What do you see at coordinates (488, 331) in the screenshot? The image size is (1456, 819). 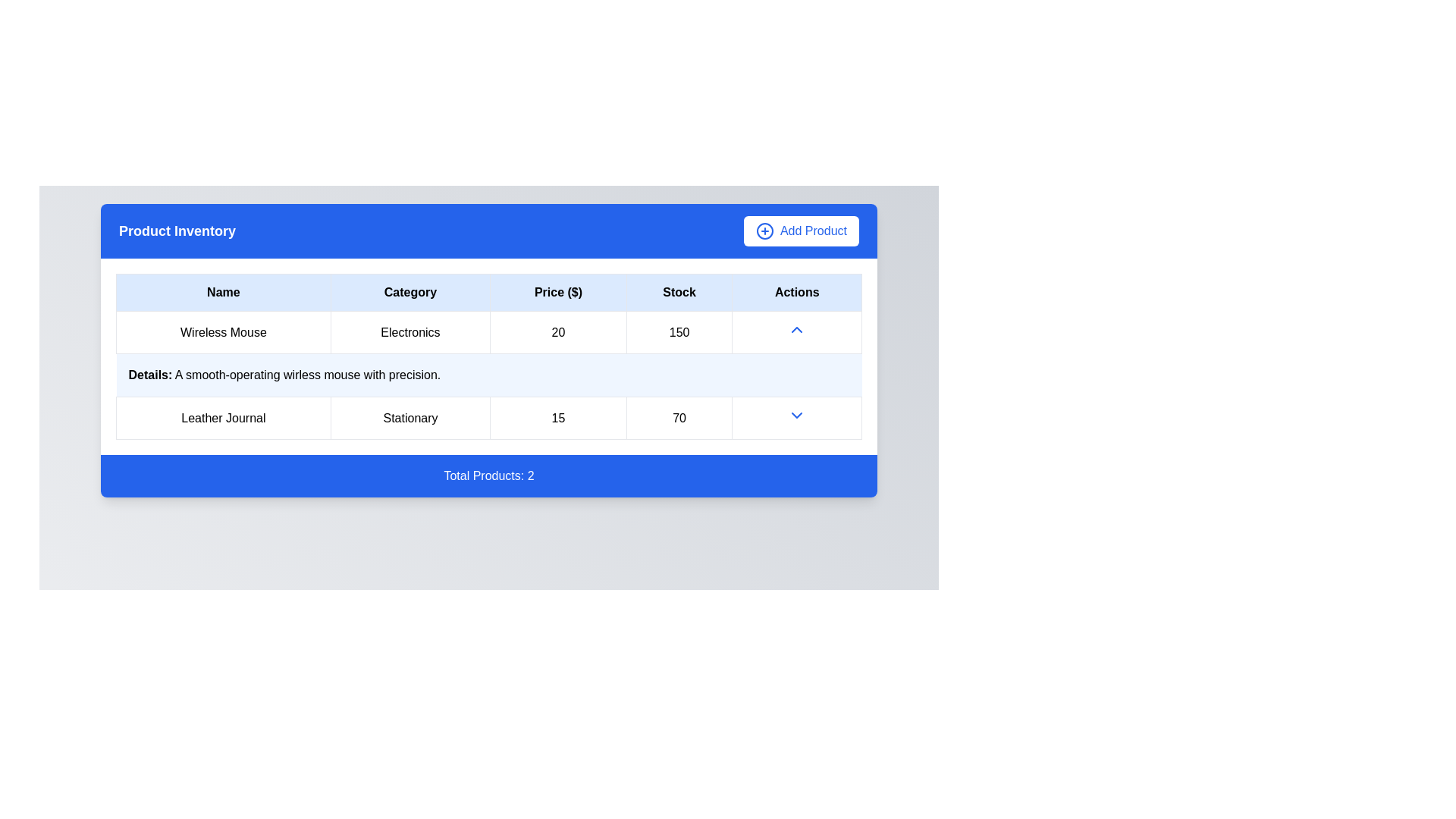 I see `the first data row in the table containing the product 'Wireless Mouse', which includes details such as category, price, and stock` at bounding box center [488, 331].